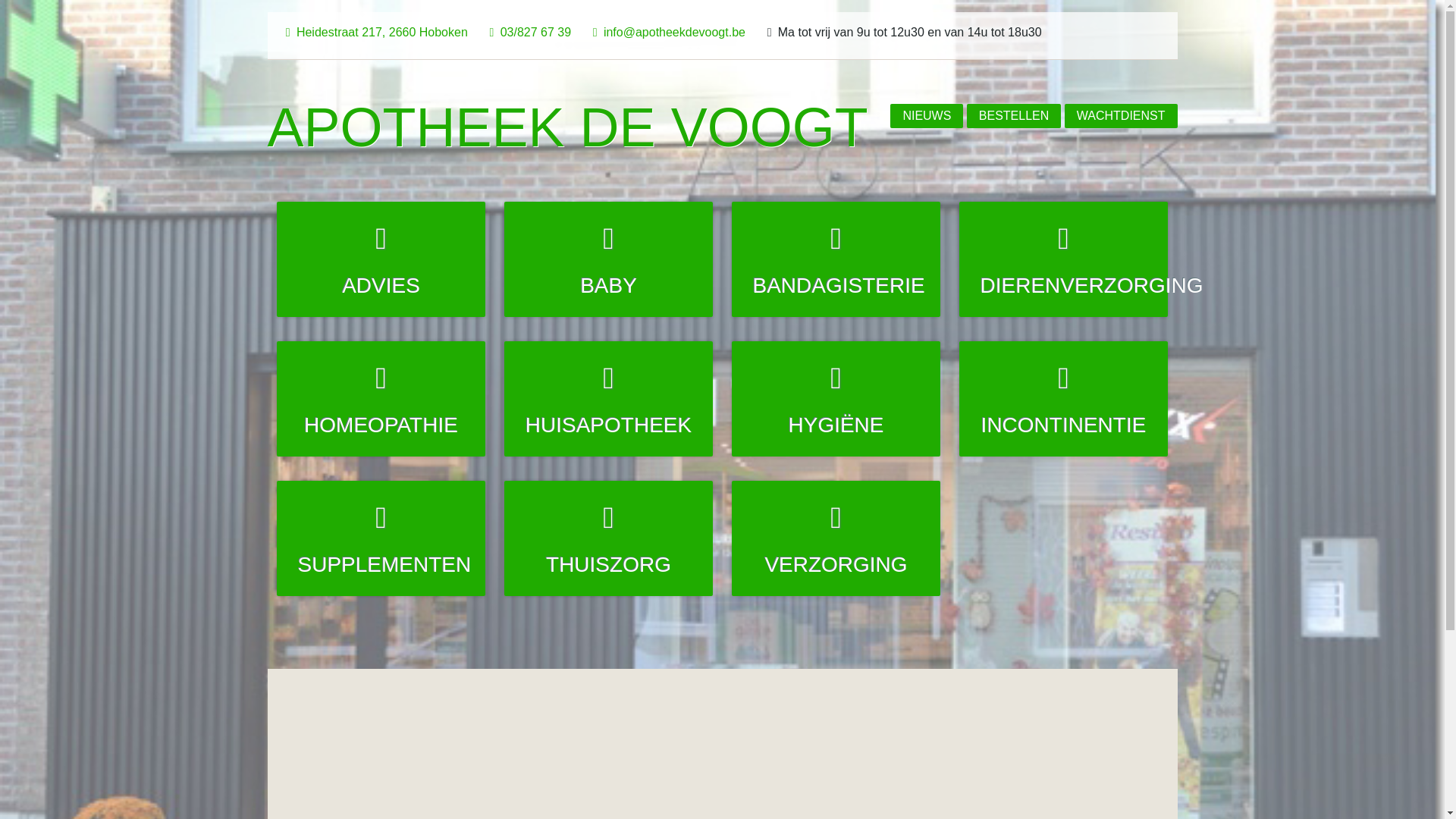  Describe the element at coordinates (504, 397) in the screenshot. I see `'HUISAPOTHEEK'` at that location.